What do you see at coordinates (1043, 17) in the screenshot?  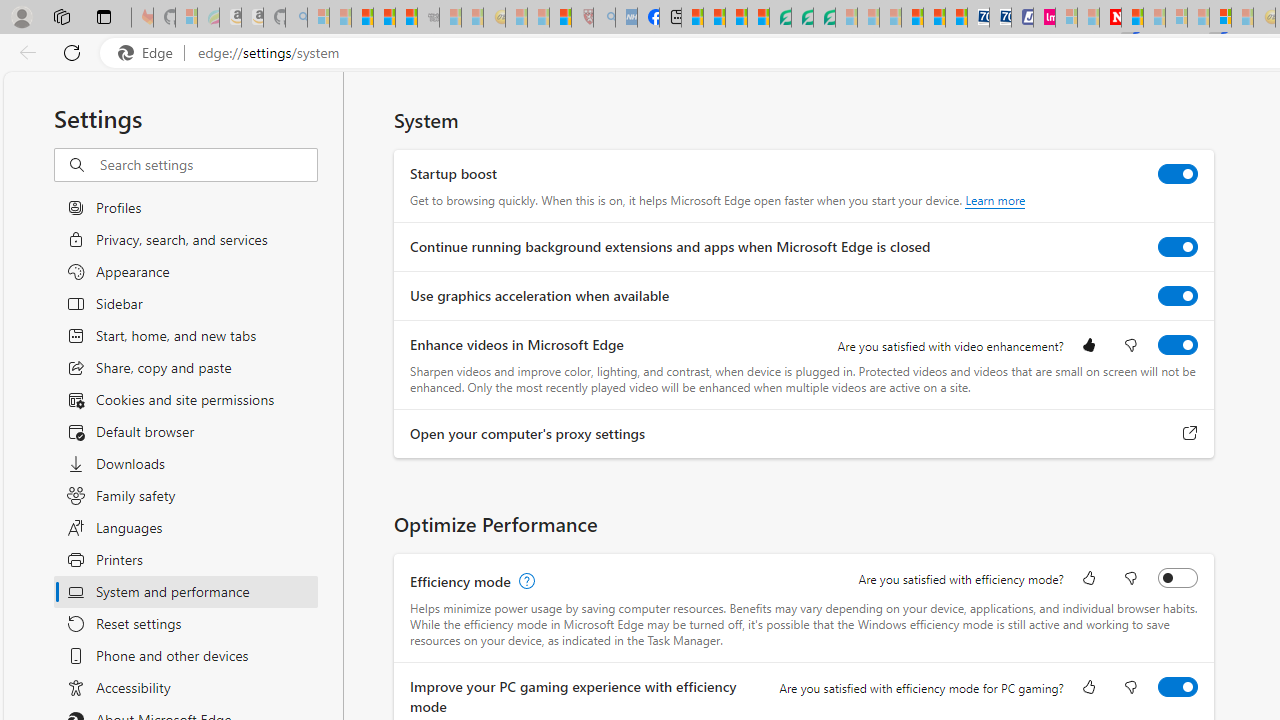 I see `'Jobs - lastminute.com Investor Portal'` at bounding box center [1043, 17].